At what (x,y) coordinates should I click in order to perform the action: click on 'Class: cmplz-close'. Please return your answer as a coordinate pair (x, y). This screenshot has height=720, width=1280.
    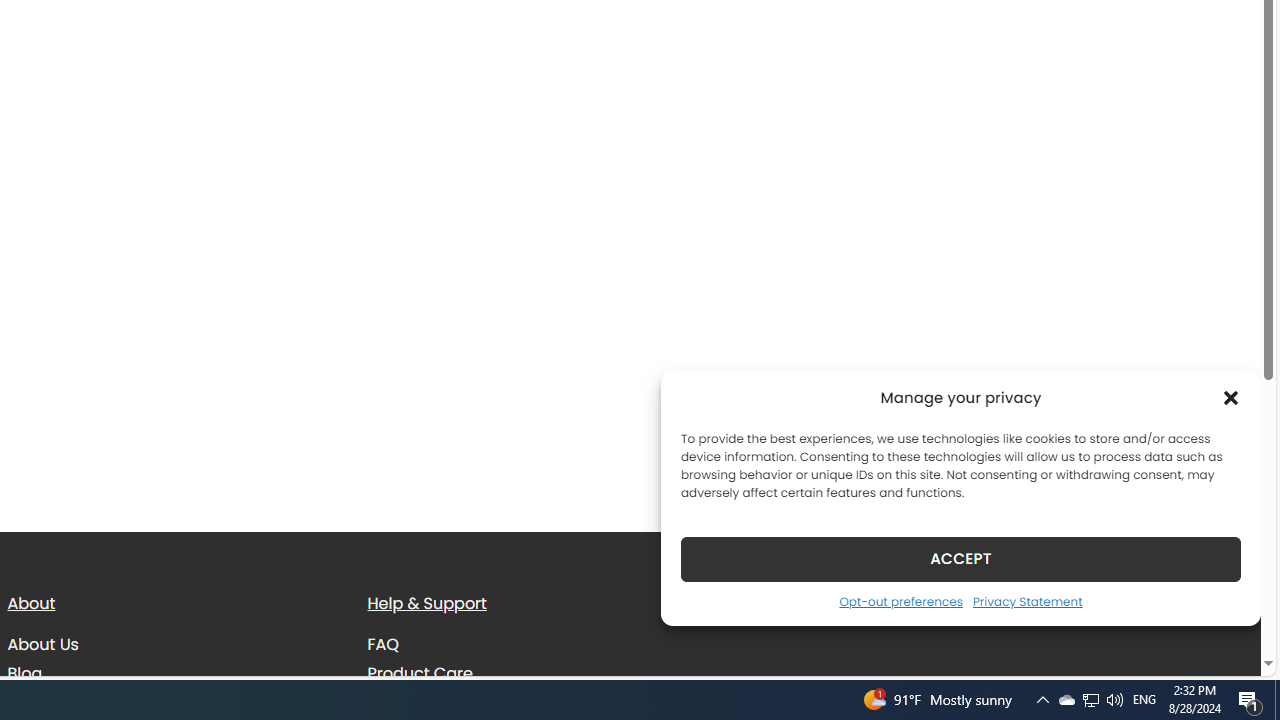
    Looking at the image, I should click on (1230, 397).